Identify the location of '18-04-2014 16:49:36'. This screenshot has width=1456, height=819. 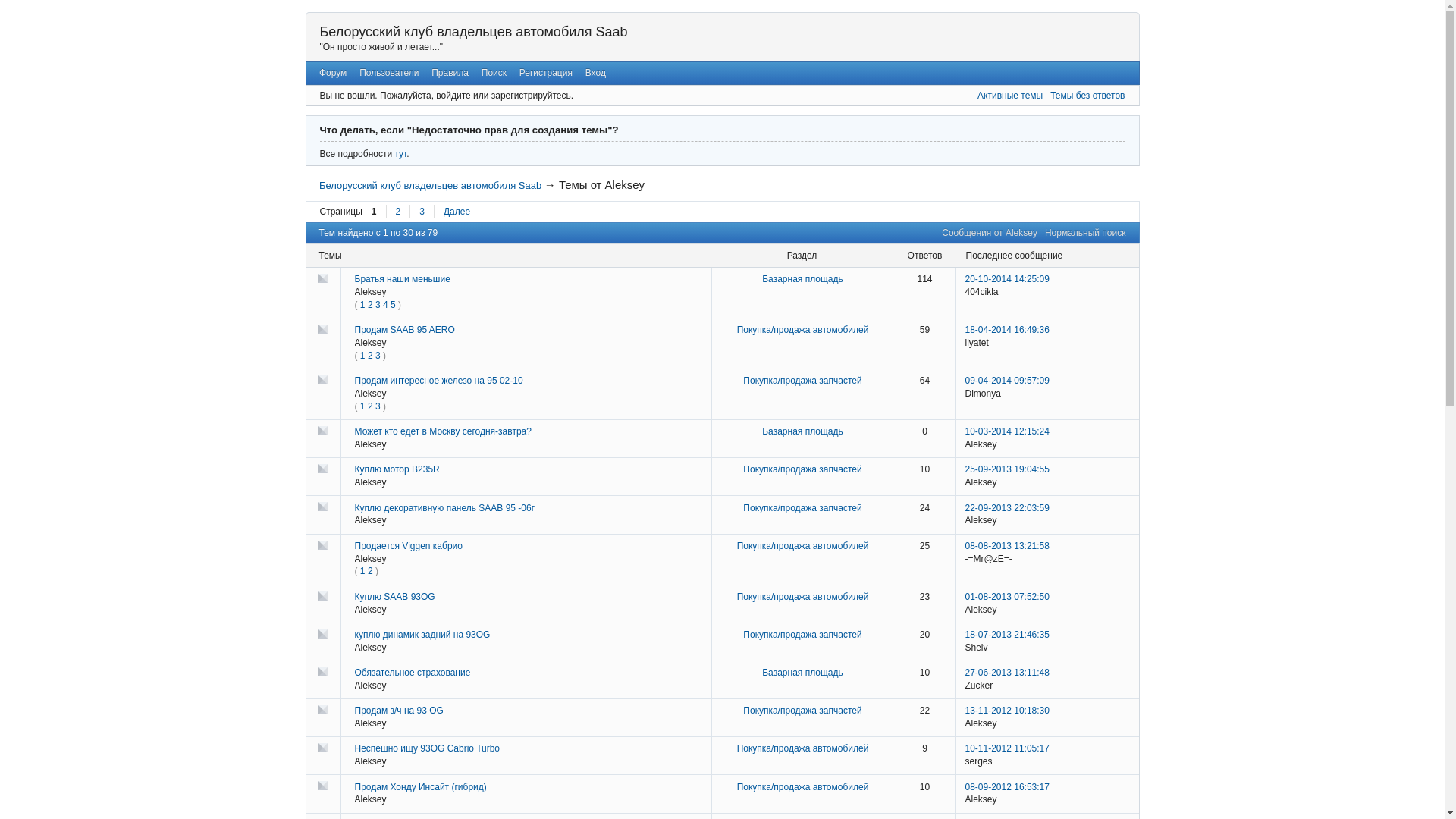
(1006, 329).